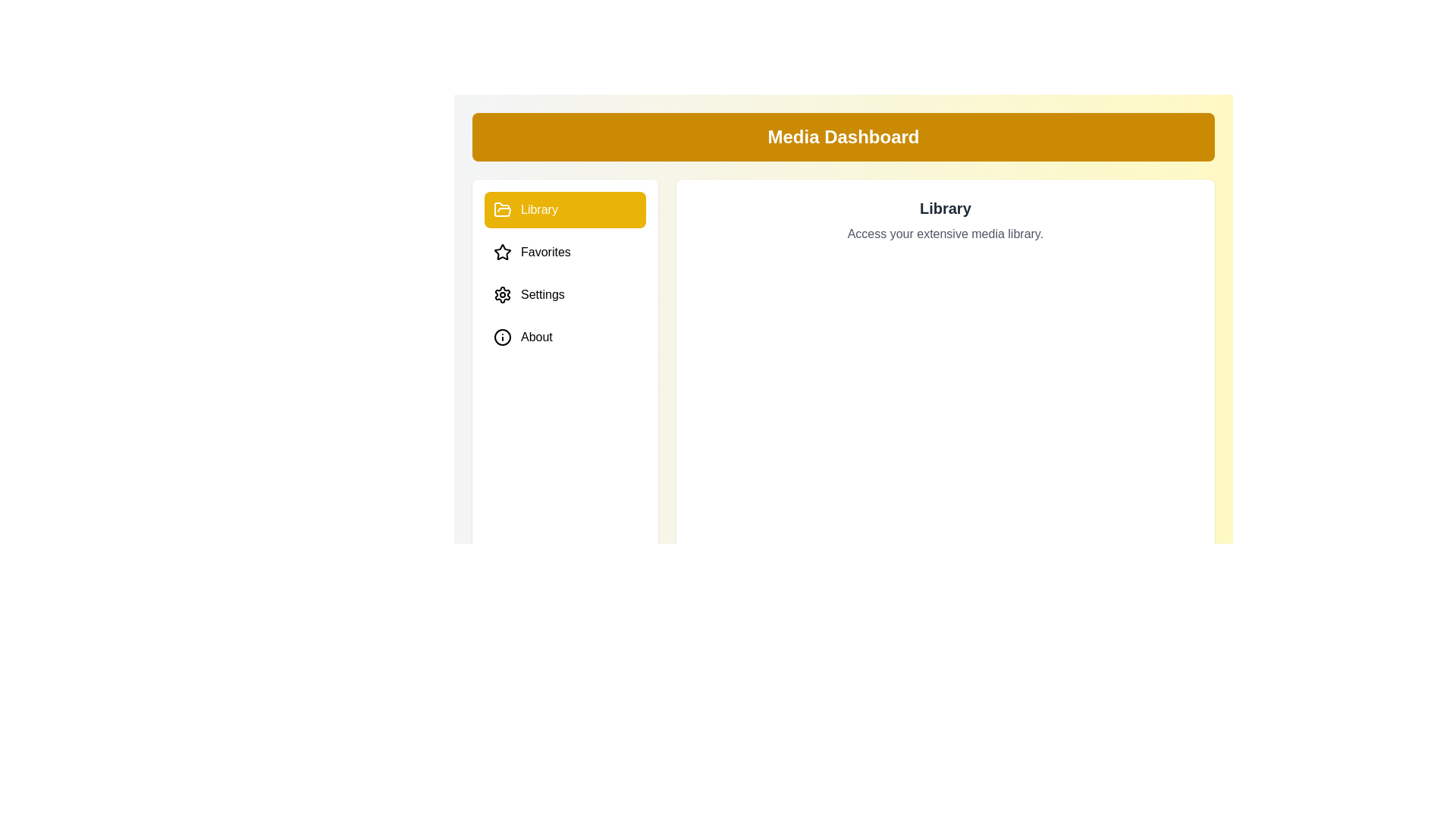  Describe the element at coordinates (564, 336) in the screenshot. I see `the About tab by clicking on its corresponding menu item` at that location.